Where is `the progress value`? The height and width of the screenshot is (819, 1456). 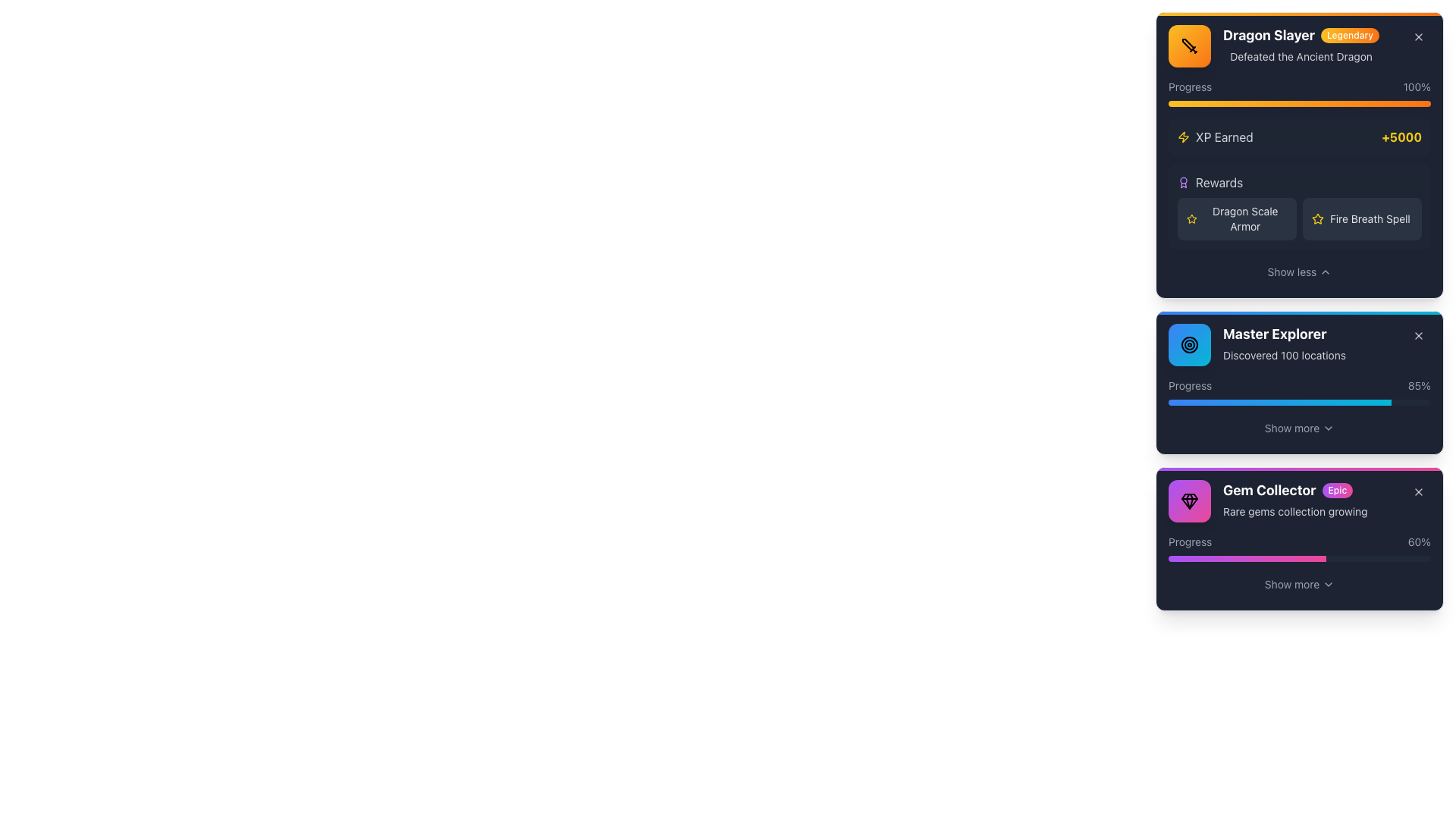
the progress value is located at coordinates (1172, 558).